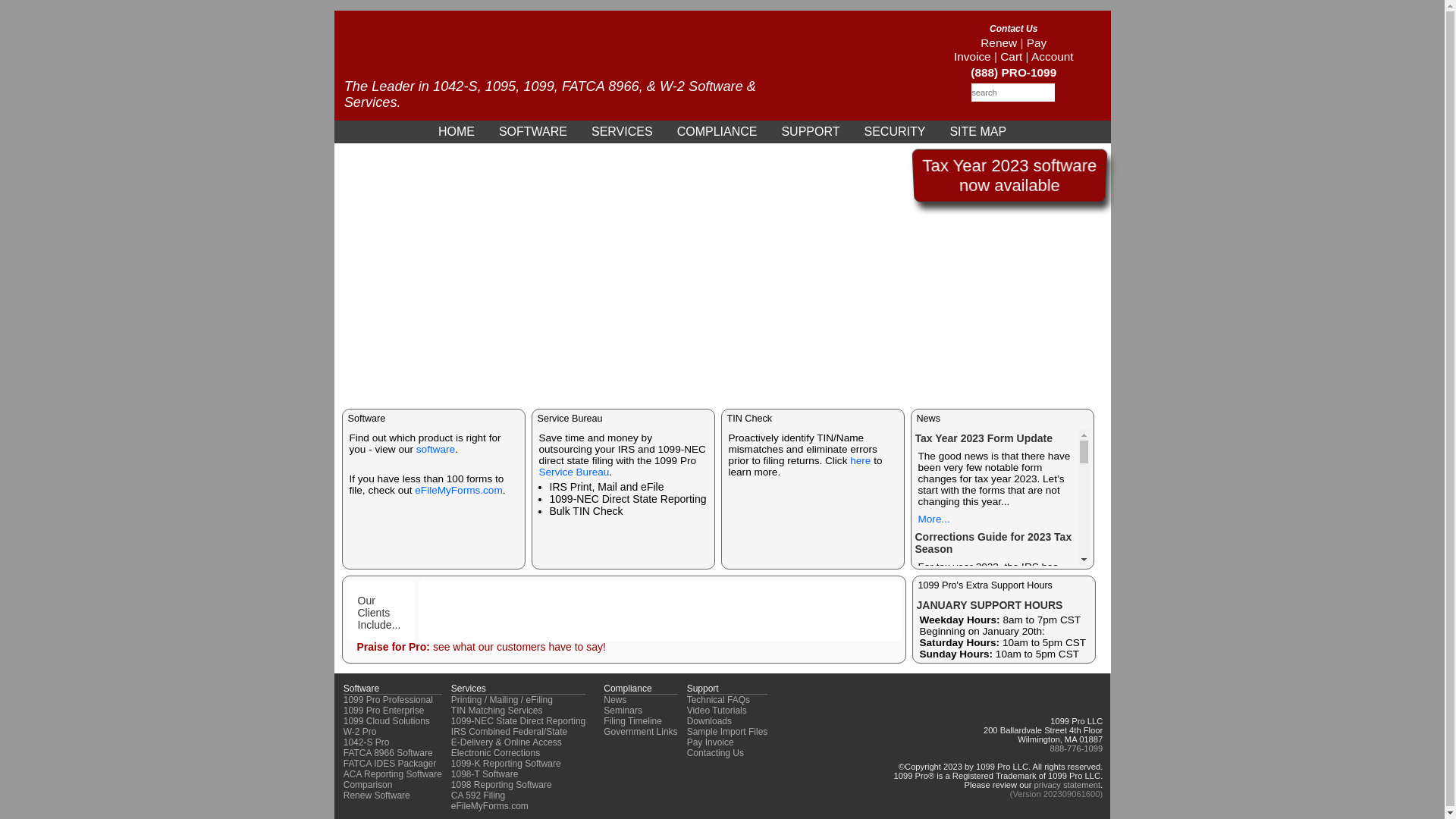 The height and width of the screenshot is (819, 1456). I want to click on 'IRS Combined Federal/State', so click(450, 730).